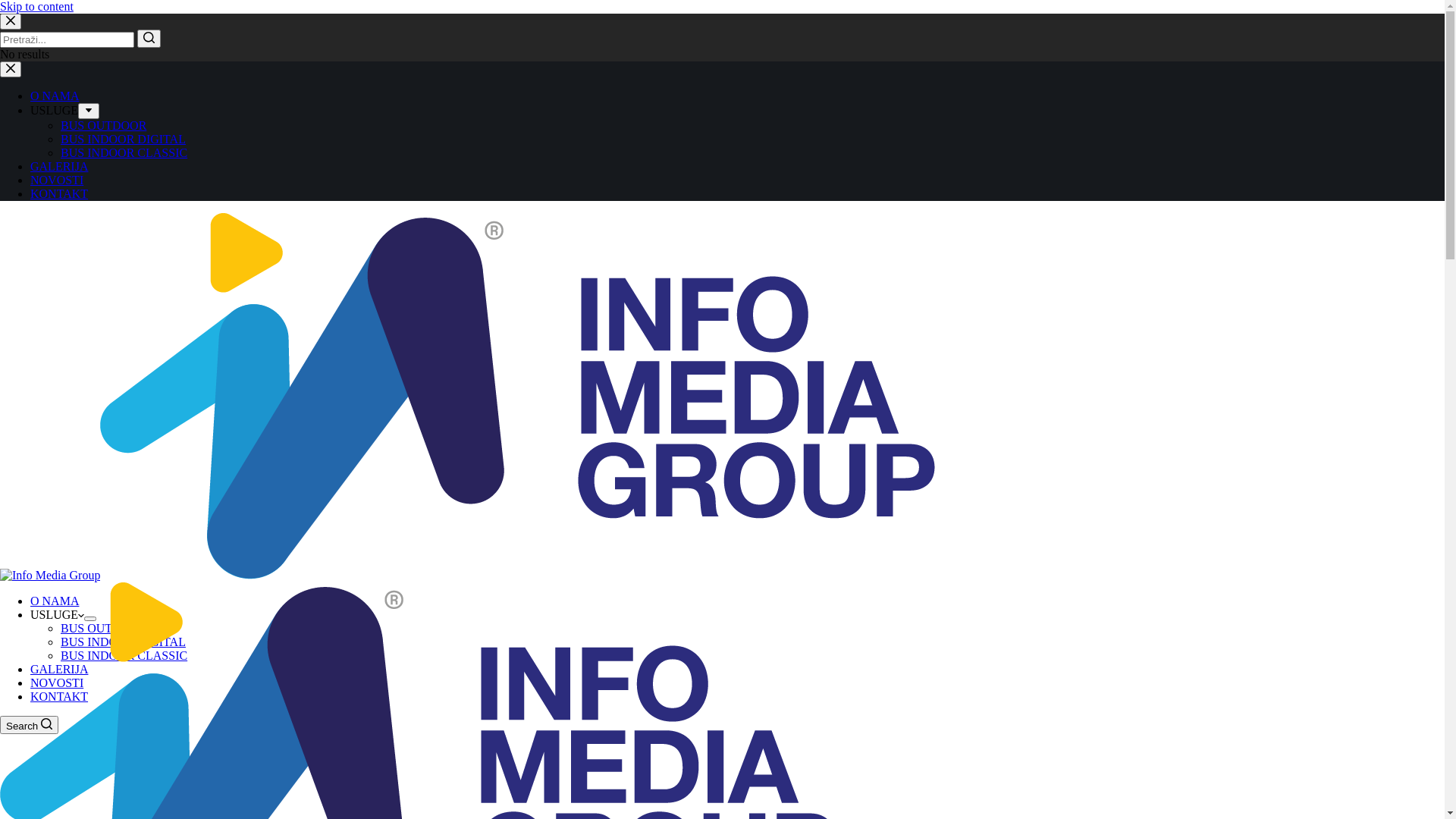 Image resolution: width=1456 pixels, height=819 pixels. What do you see at coordinates (102, 628) in the screenshot?
I see `'BUS OUTDOOR'` at bounding box center [102, 628].